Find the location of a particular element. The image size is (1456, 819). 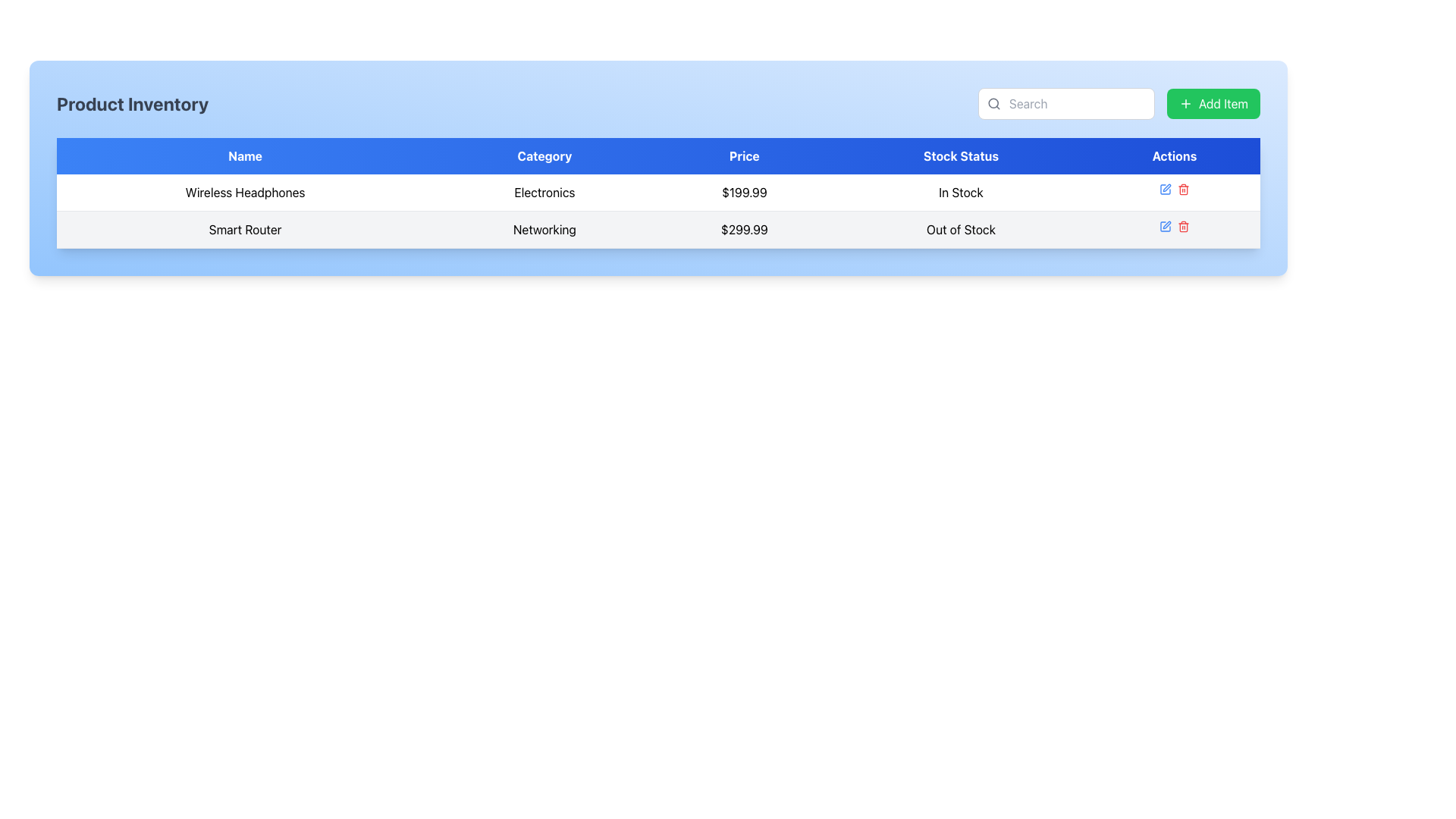

the plus icon within the 'Add Item' button, which has a green background and white lines, located at the top-right corner of the interface is located at coordinates (1185, 103).